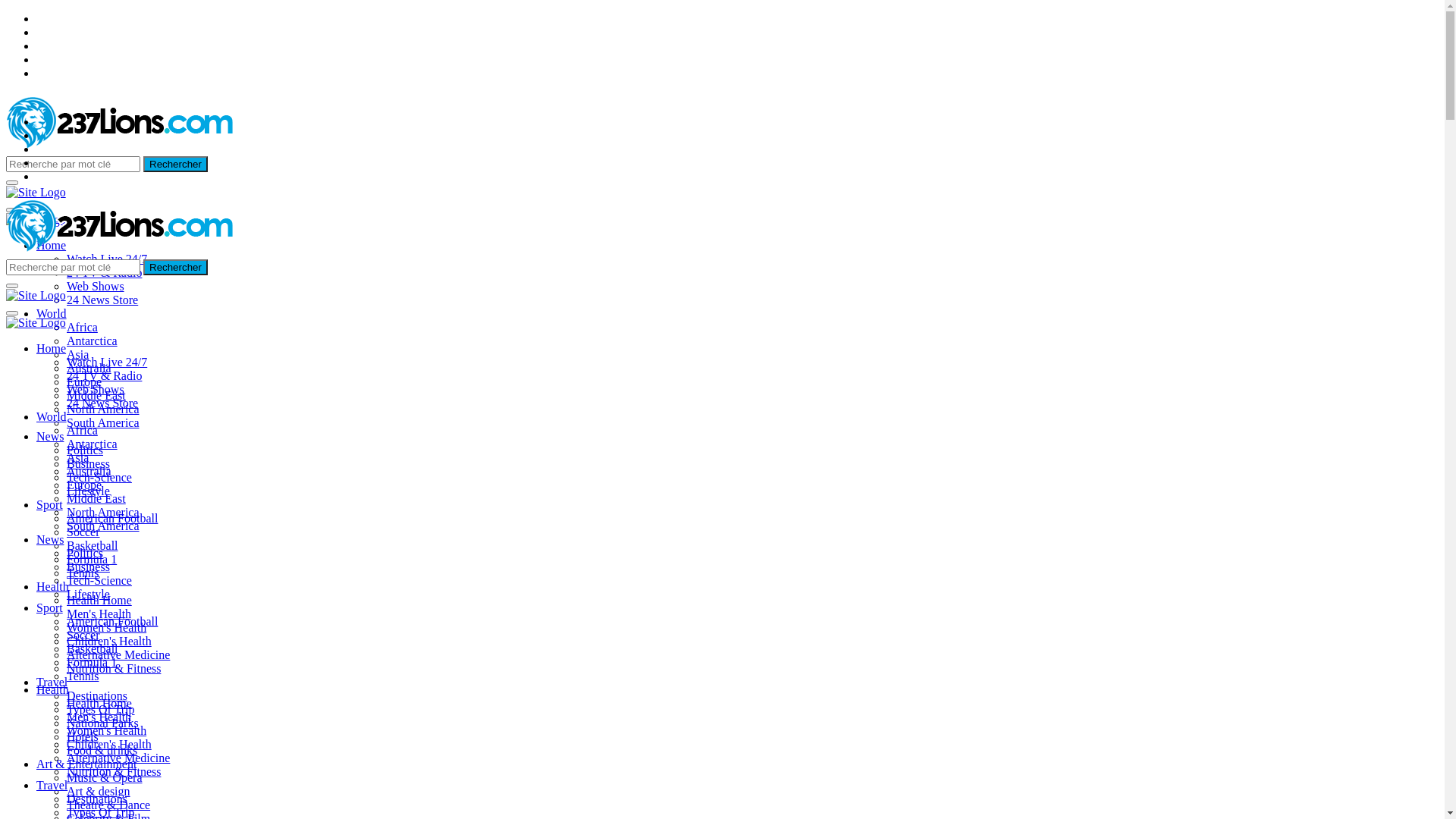  Describe the element at coordinates (175, 266) in the screenshot. I see `'Rechercher'` at that location.